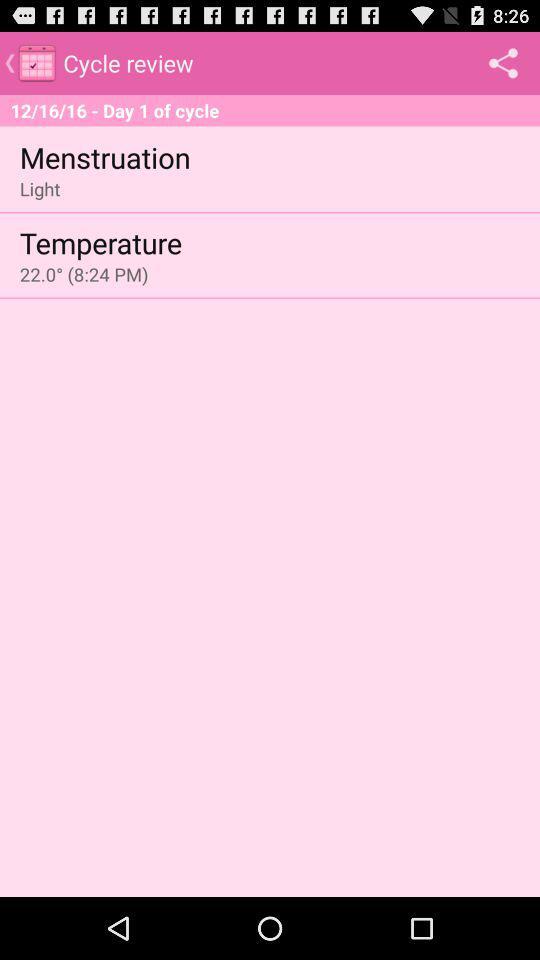  Describe the element at coordinates (270, 110) in the screenshot. I see `the item above the menstruation app` at that location.